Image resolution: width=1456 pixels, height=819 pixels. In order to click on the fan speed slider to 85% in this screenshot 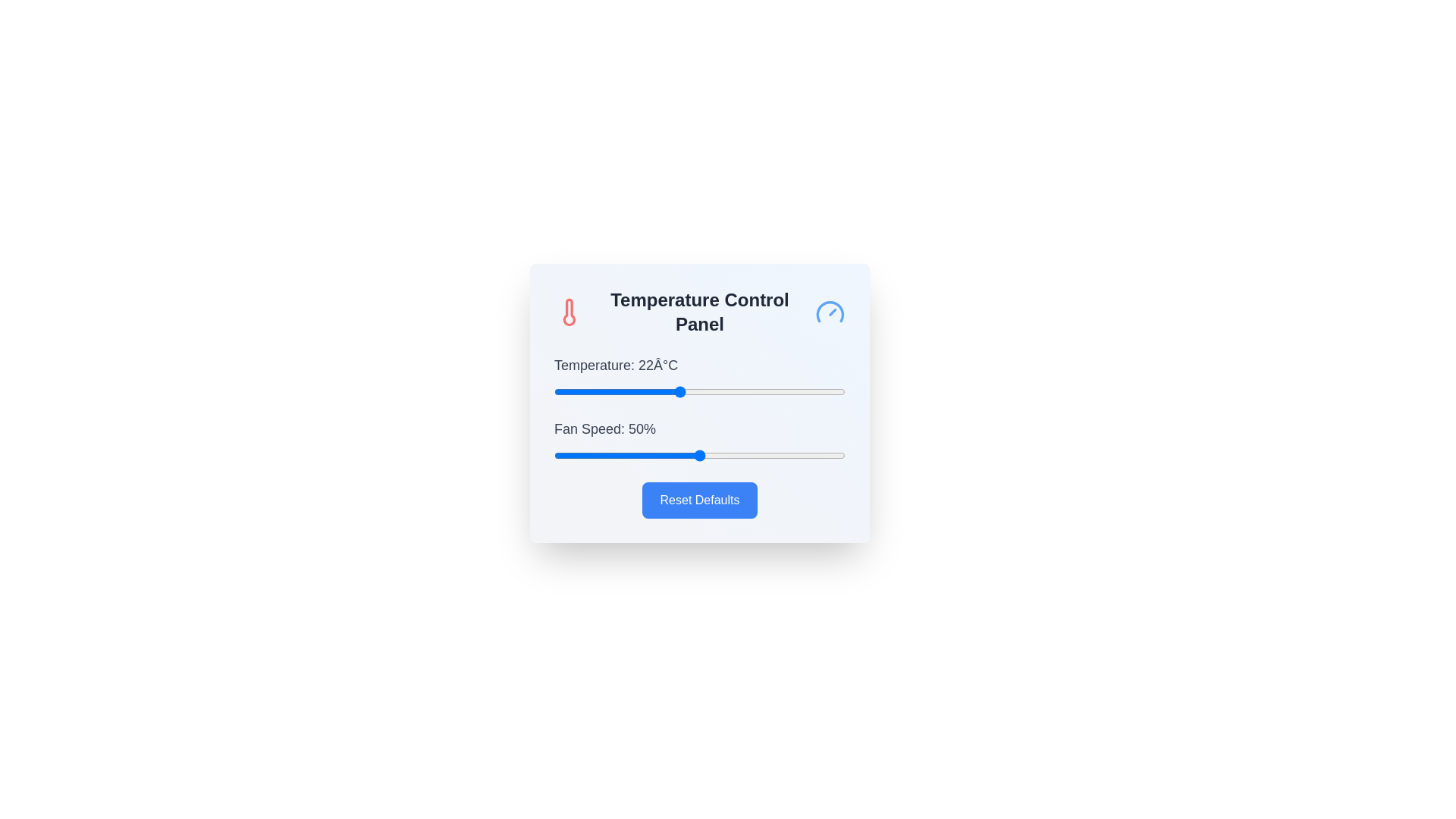, I will do `click(801, 455)`.